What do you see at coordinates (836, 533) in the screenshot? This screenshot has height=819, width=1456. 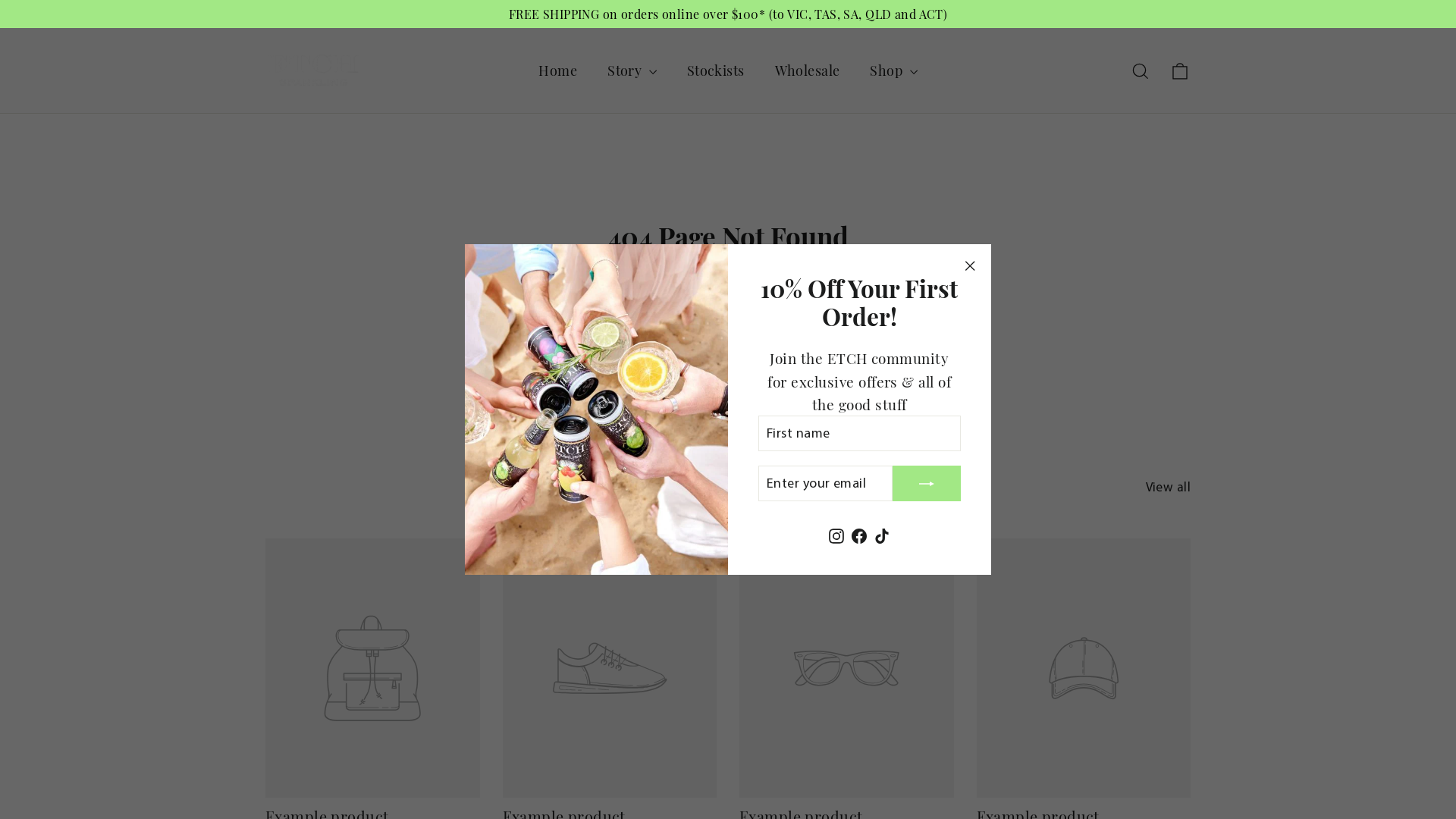 I see `'Instagram'` at bounding box center [836, 533].